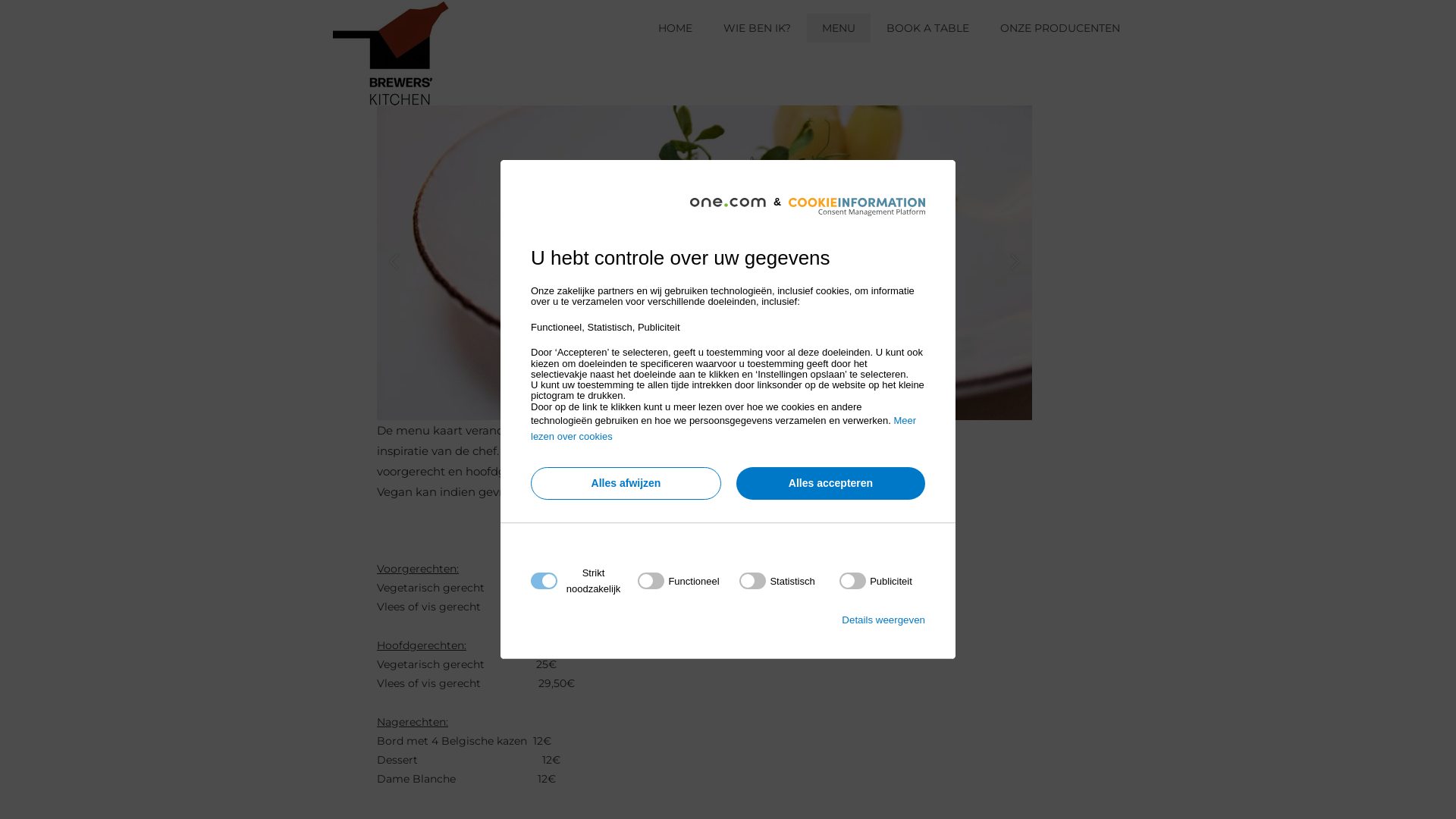  What do you see at coordinates (1059, 28) in the screenshot?
I see `'ONZE PRODUCENTEN'` at bounding box center [1059, 28].